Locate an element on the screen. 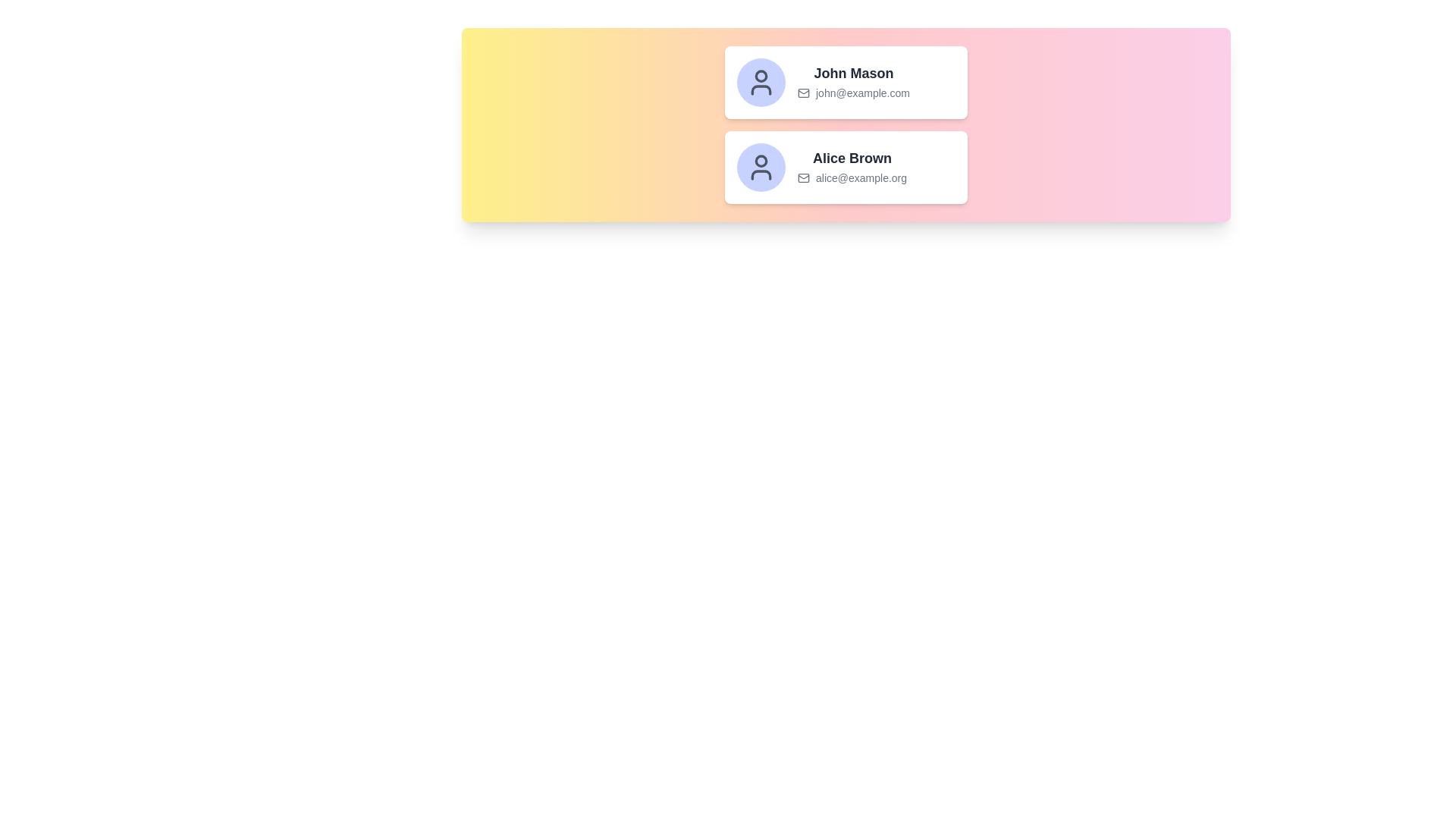 The height and width of the screenshot is (819, 1456). the lower part of the user icon in the second user's profile card is located at coordinates (761, 174).